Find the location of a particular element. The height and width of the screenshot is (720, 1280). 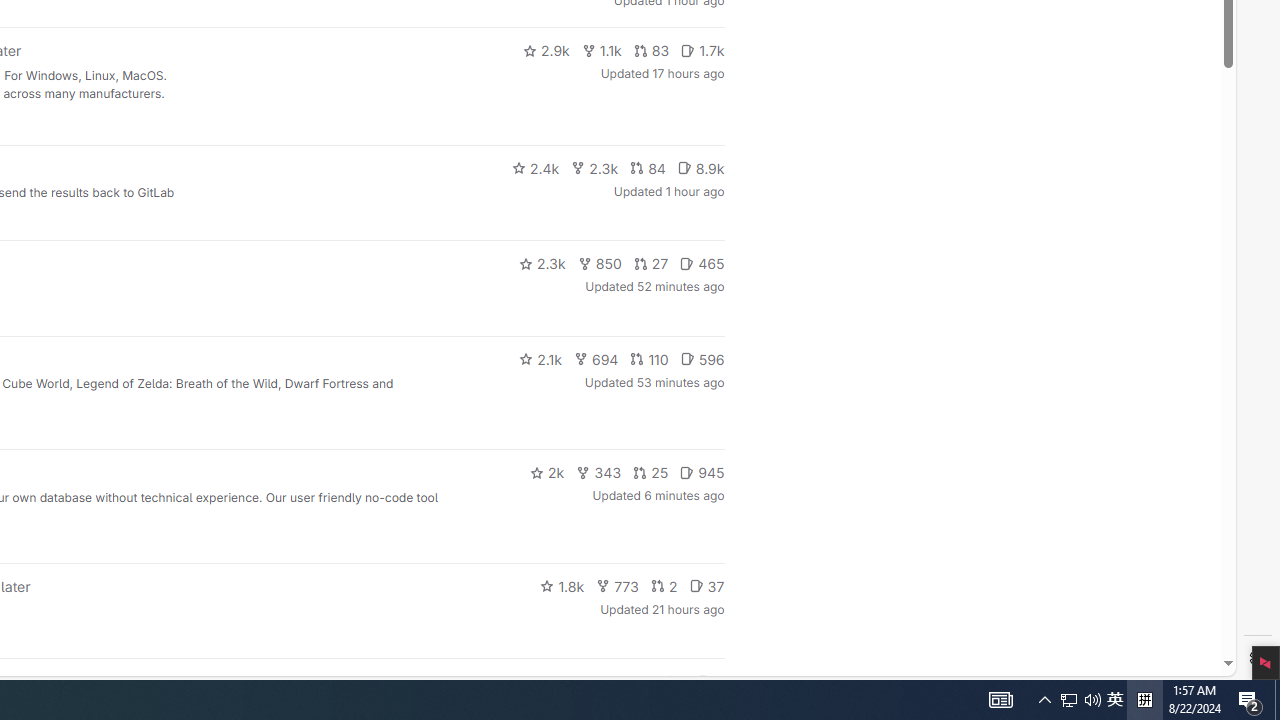

'945' is located at coordinates (702, 473).